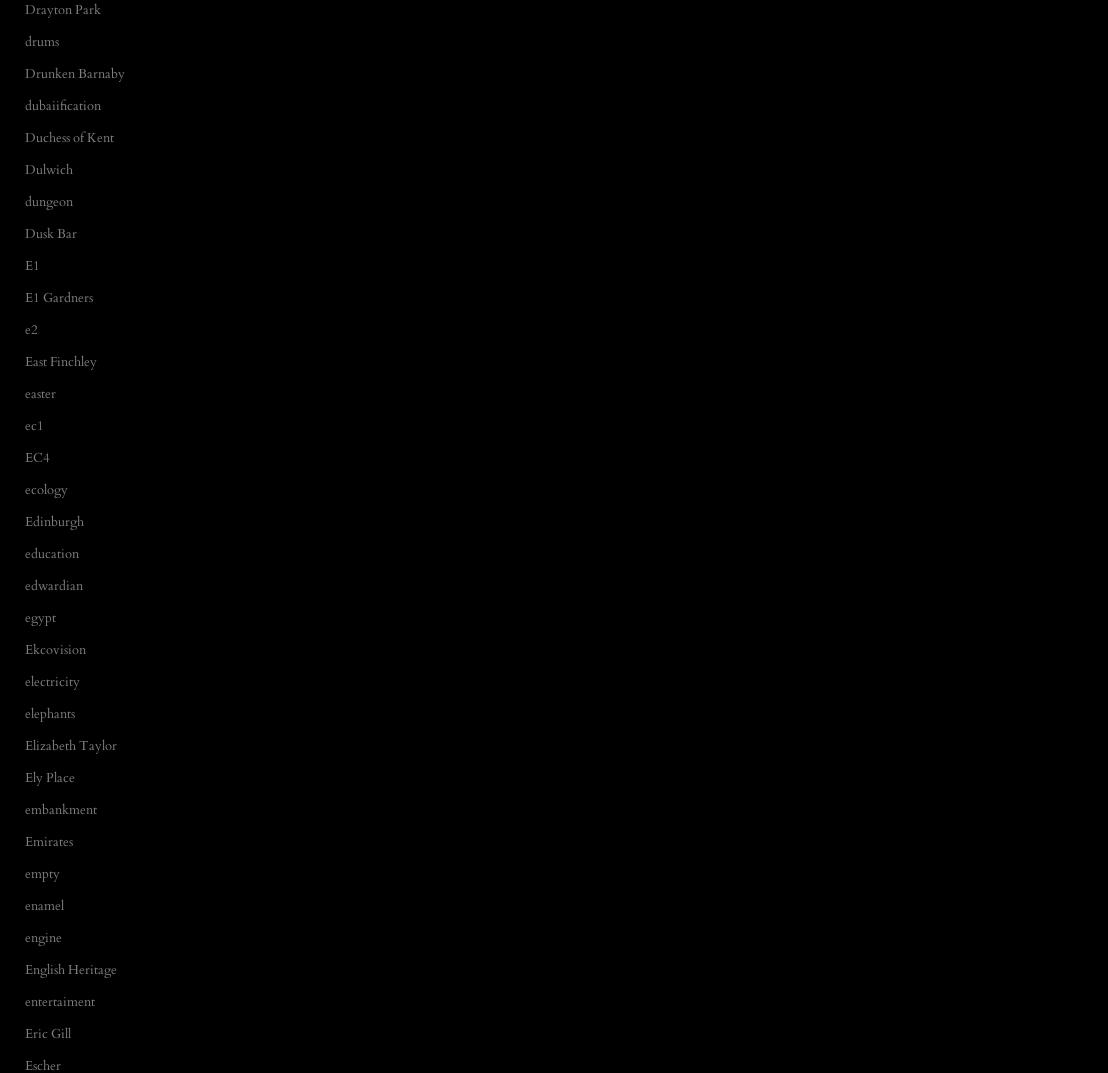 The height and width of the screenshot is (1073, 1108). Describe the element at coordinates (62, 105) in the screenshot. I see `'dubaiification'` at that location.